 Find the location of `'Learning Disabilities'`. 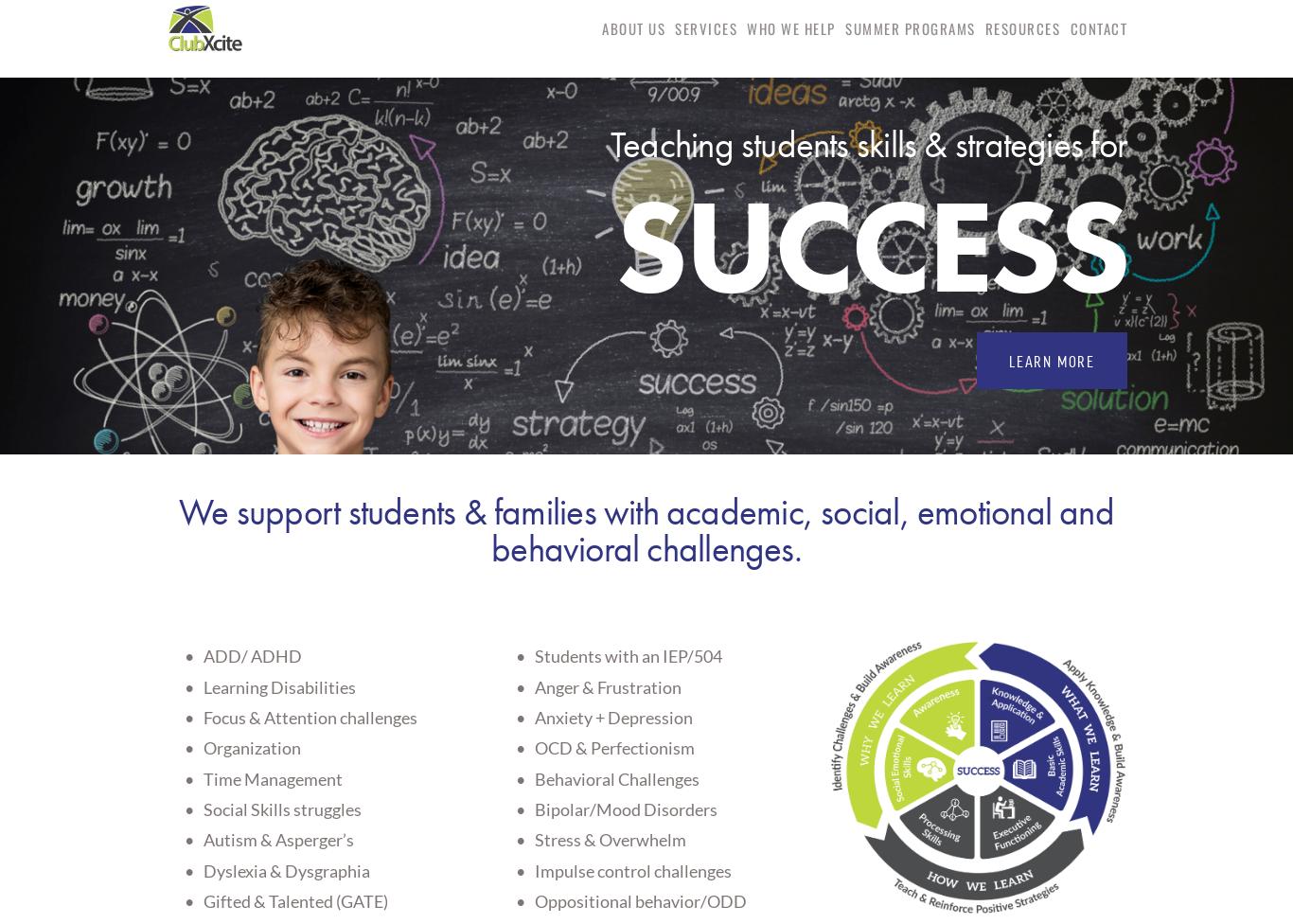

'Learning Disabilities' is located at coordinates (203, 684).